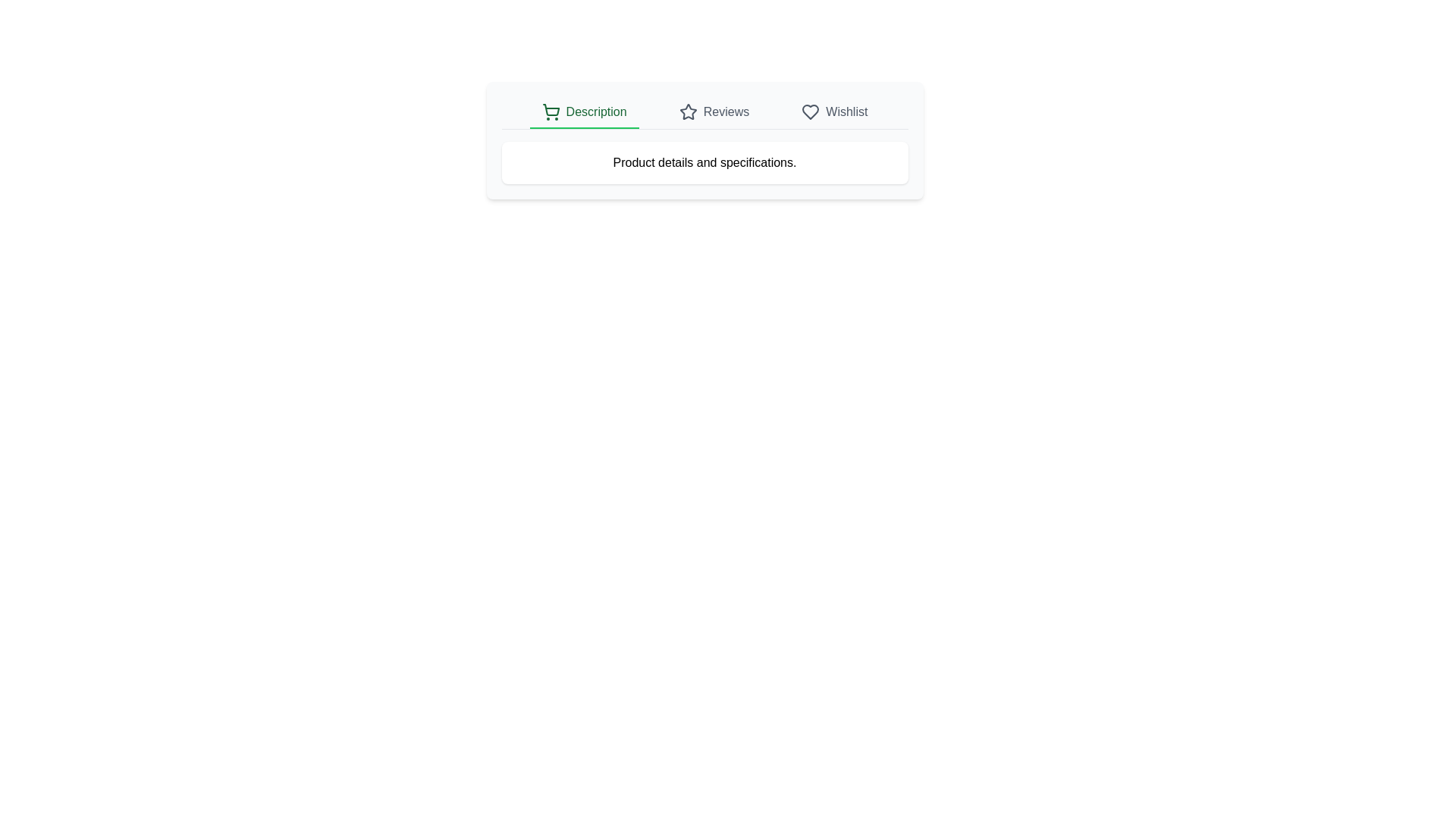  What do you see at coordinates (583, 112) in the screenshot?
I see `the tab corresponding to Description to view its content` at bounding box center [583, 112].